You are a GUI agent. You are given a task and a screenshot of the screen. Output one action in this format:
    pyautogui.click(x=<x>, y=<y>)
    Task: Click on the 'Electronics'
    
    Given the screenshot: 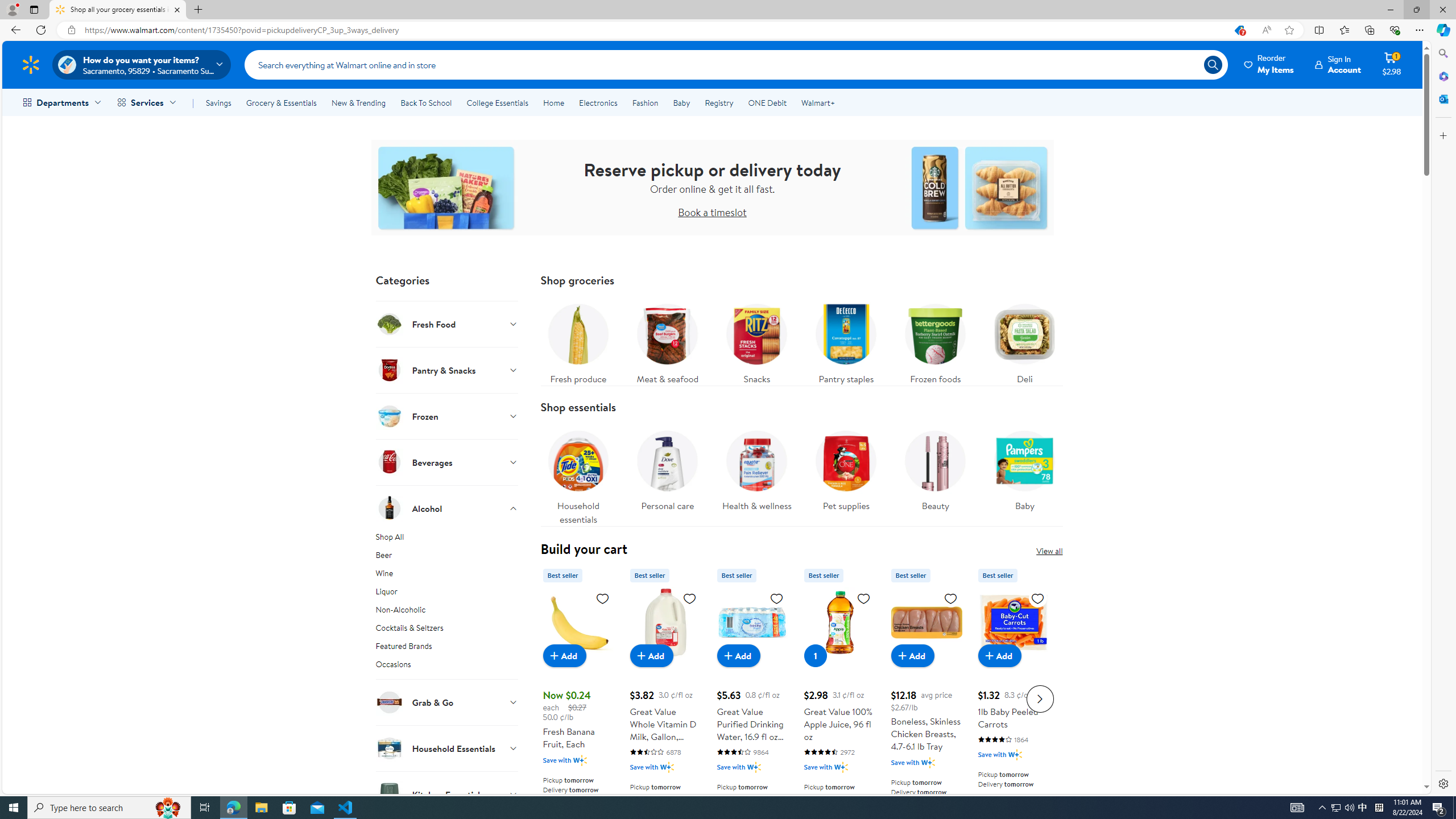 What is the action you would take?
    pyautogui.click(x=598, y=102)
    